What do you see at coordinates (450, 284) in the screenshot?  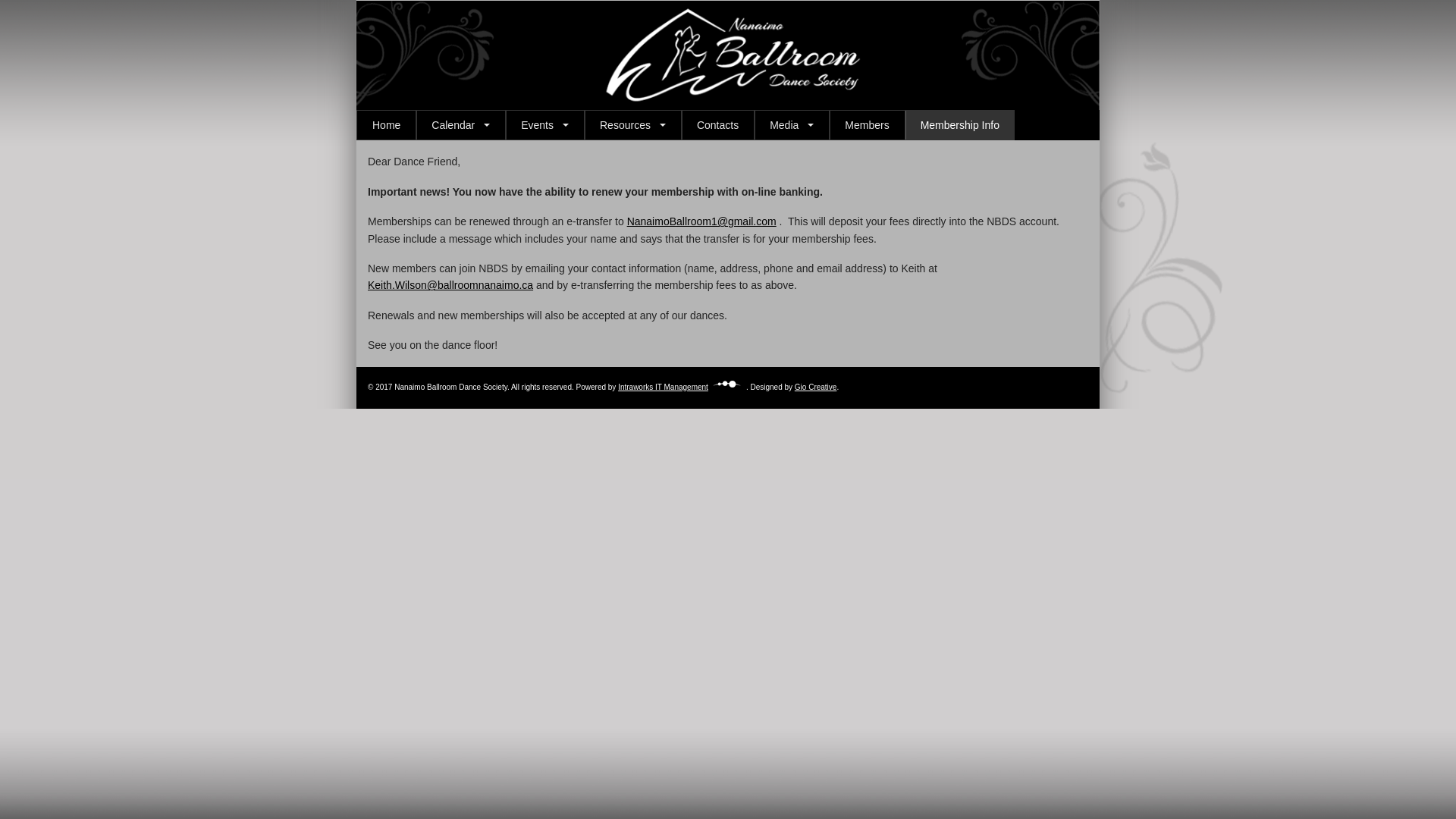 I see `'Keith.Wilson@ballroomnanaimo.ca'` at bounding box center [450, 284].